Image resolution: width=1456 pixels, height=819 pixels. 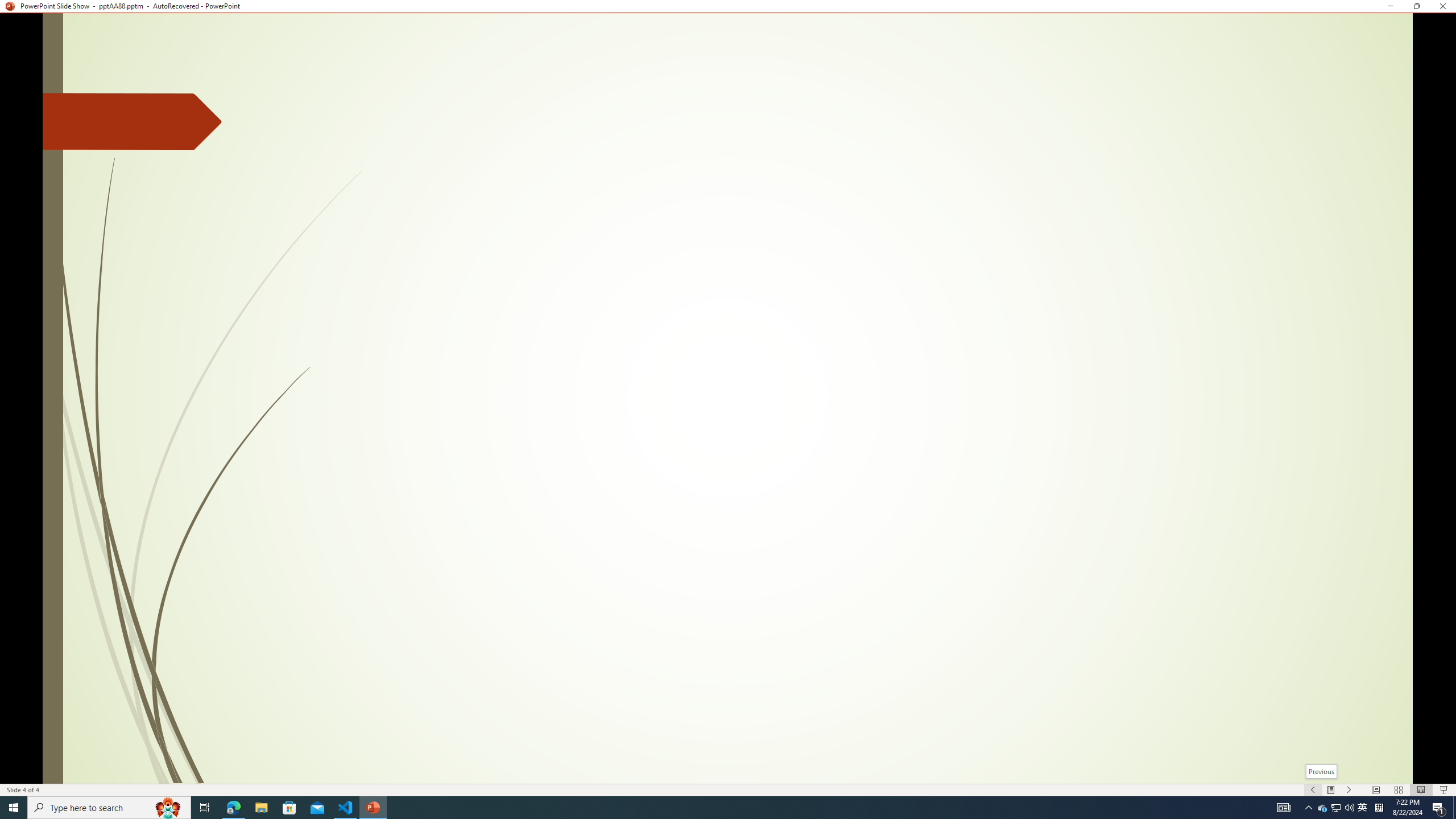 What do you see at coordinates (1349, 790) in the screenshot?
I see `'Slide Show Next On'` at bounding box center [1349, 790].